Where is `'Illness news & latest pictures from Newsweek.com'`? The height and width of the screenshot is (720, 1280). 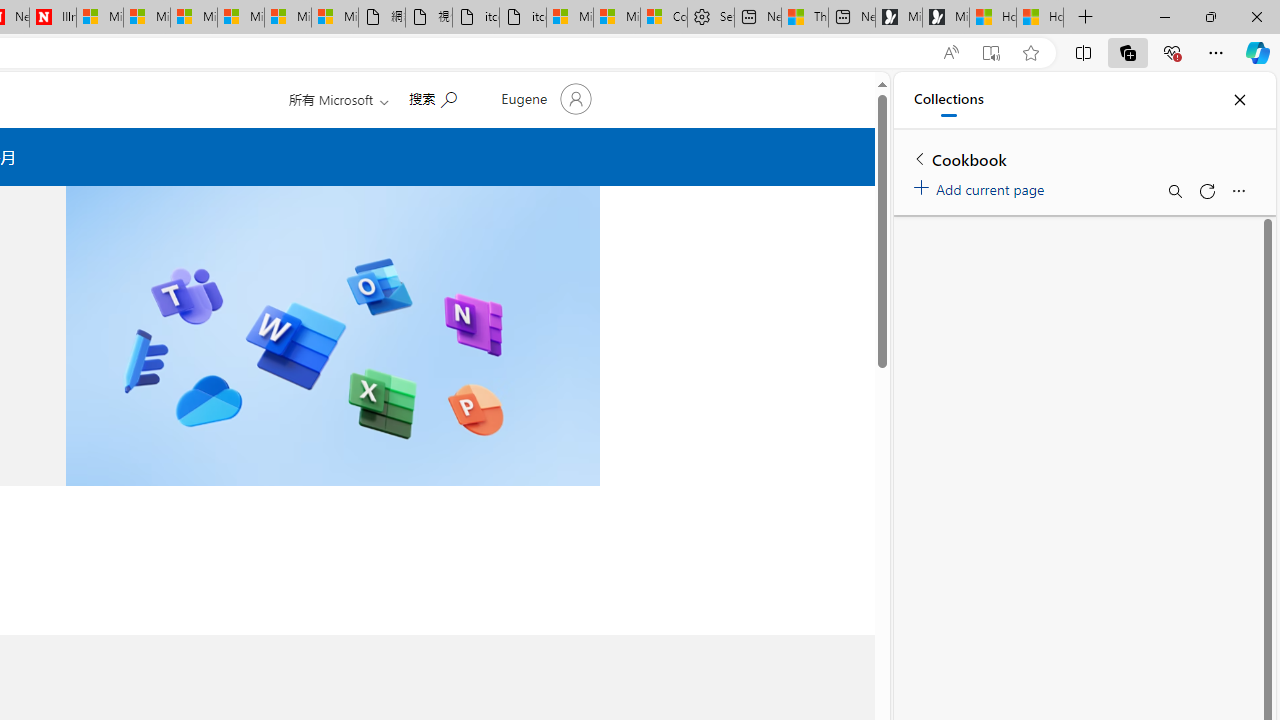 'Illness news & latest pictures from Newsweek.com' is located at coordinates (52, 17).